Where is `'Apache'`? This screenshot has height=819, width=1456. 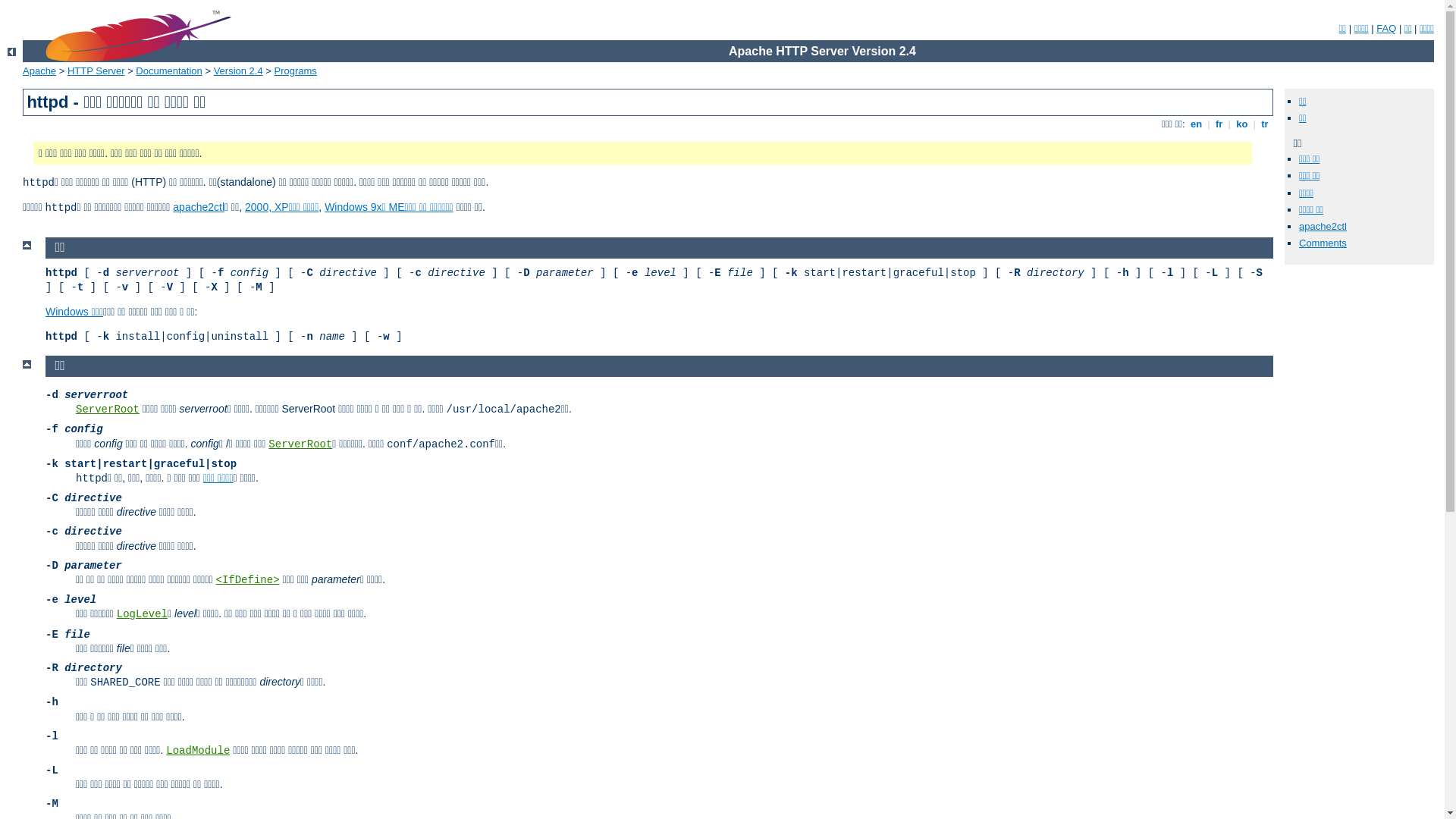 'Apache' is located at coordinates (22, 71).